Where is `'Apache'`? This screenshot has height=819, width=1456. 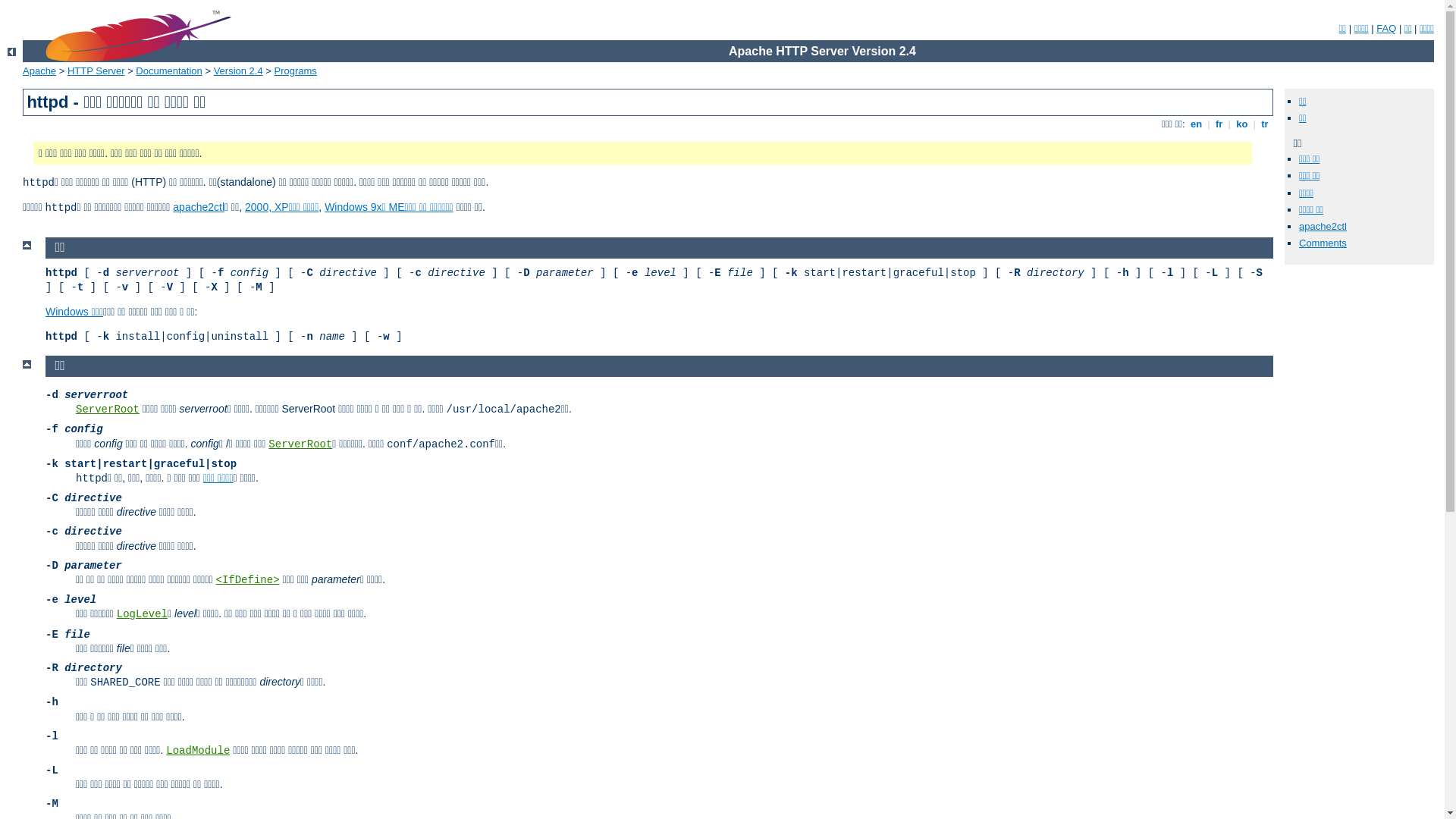 'Apache' is located at coordinates (22, 71).